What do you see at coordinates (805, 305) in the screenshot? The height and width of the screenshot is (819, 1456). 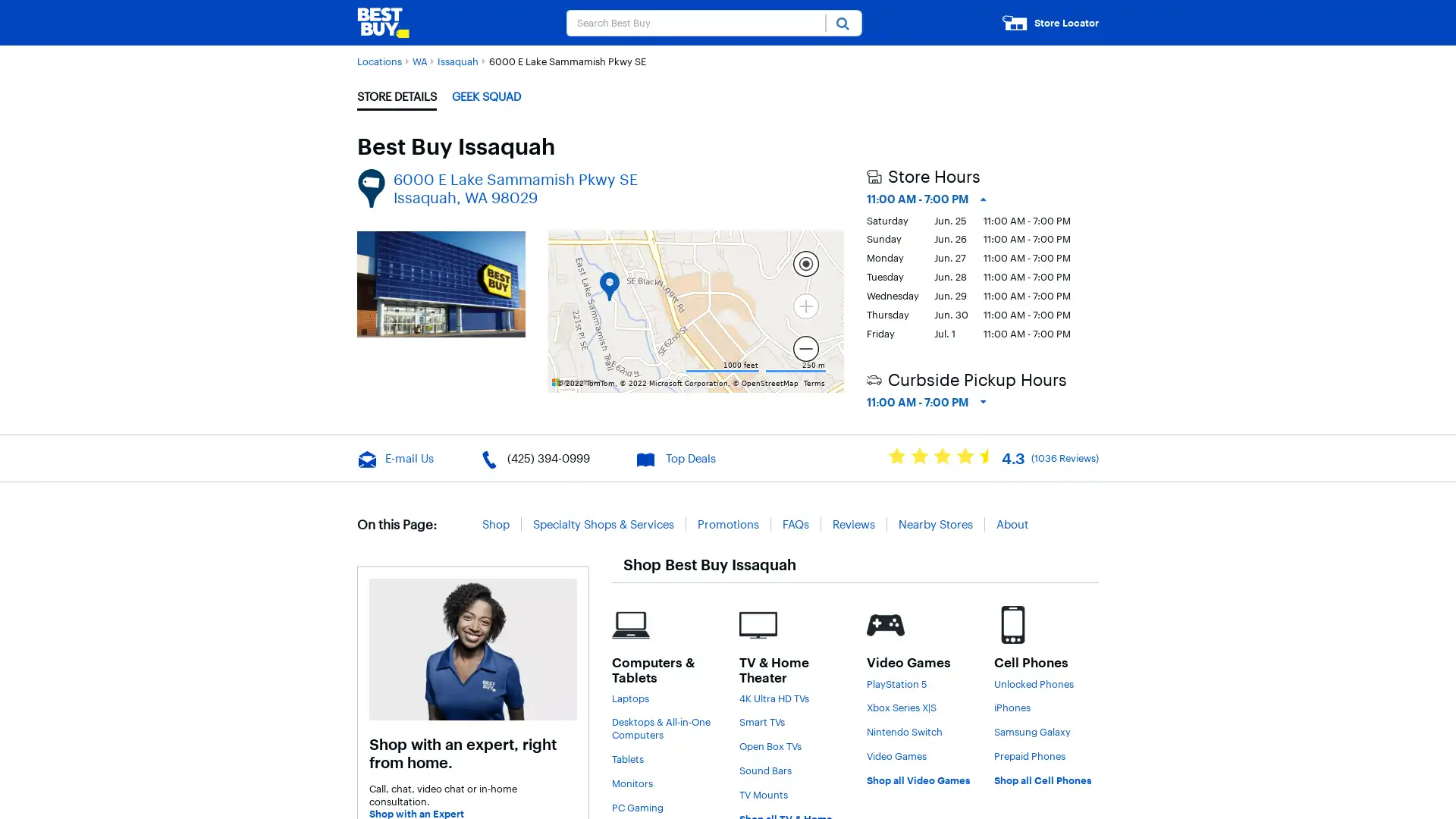 I see `Current Level 15, Zoom In Zoom in Disabled` at bounding box center [805, 305].